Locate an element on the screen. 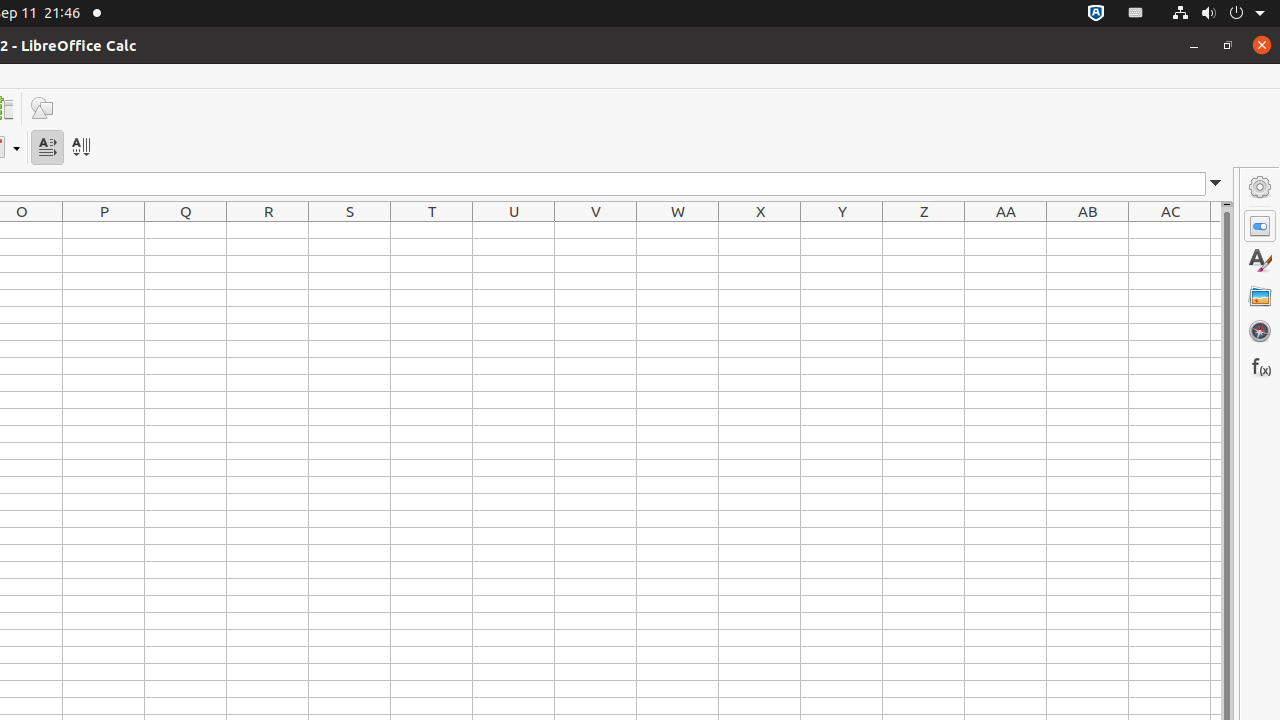  'Text direction from left to right' is located at coordinates (47, 146).